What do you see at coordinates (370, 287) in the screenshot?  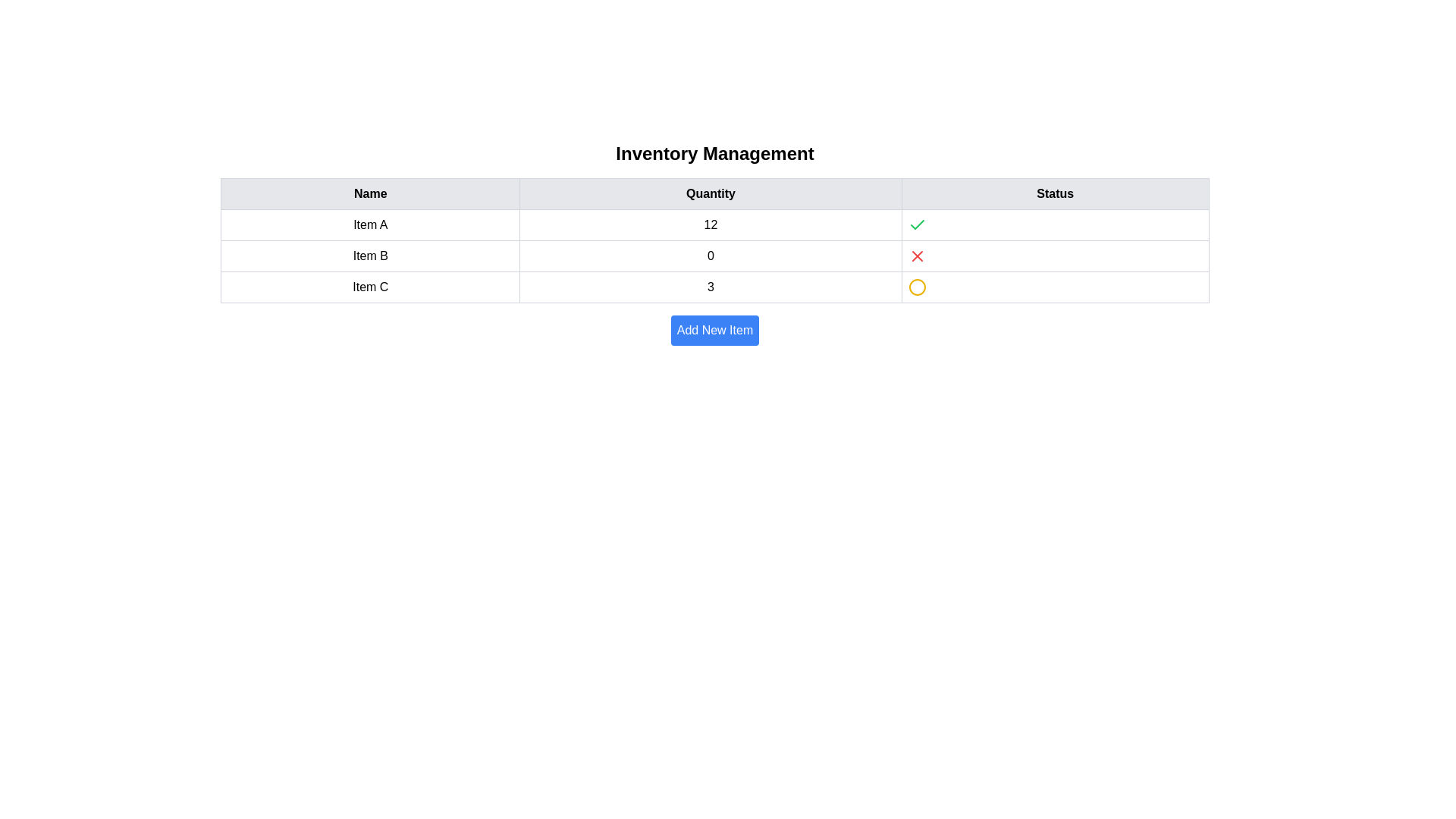 I see `the label in the third row of the 'Name' column that identifies the inventory item, which is located next to the Quantity value '3' and a yellow status indicator` at bounding box center [370, 287].